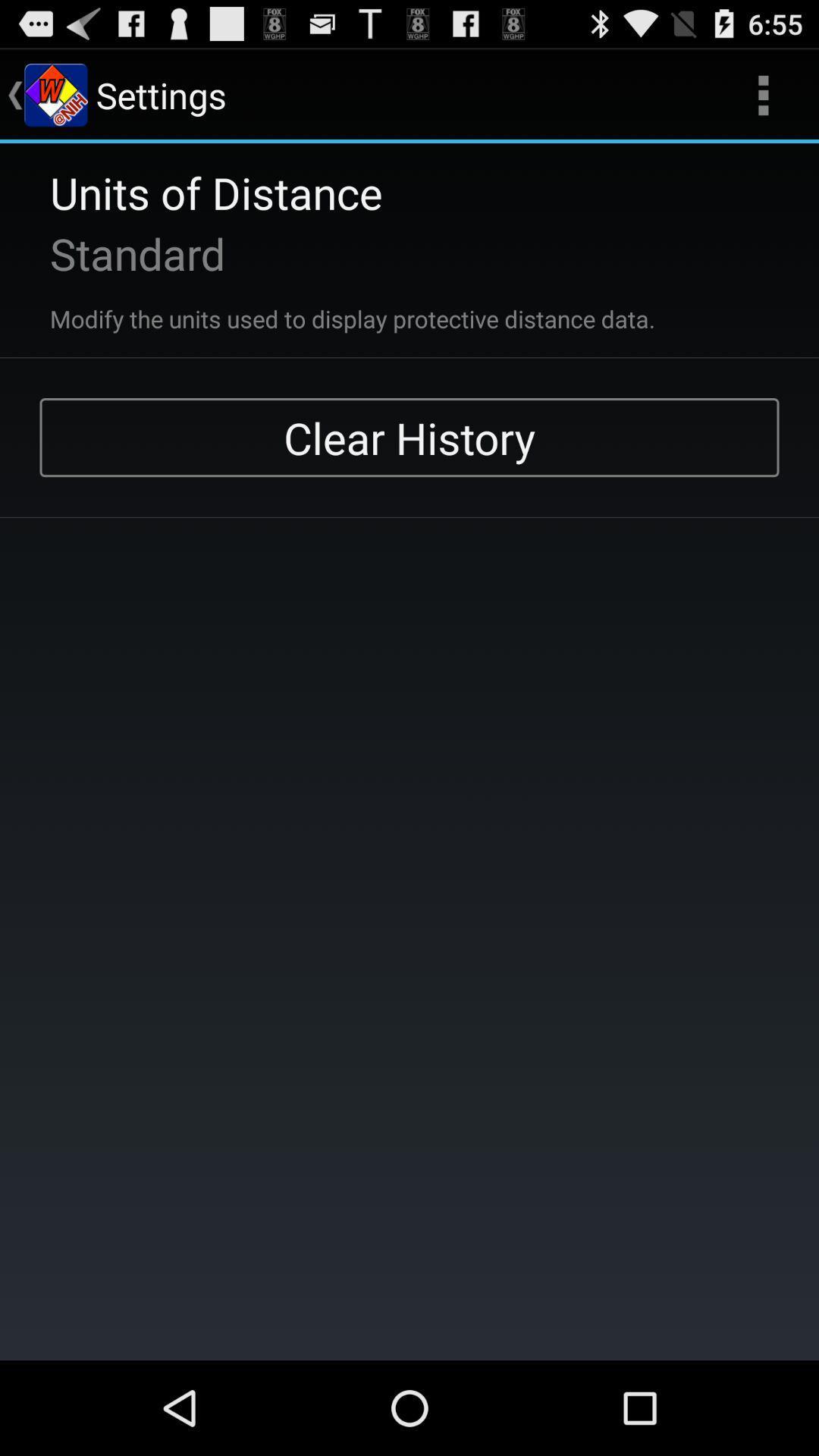 The width and height of the screenshot is (819, 1456). Describe the element at coordinates (409, 437) in the screenshot. I see `the clear history` at that location.